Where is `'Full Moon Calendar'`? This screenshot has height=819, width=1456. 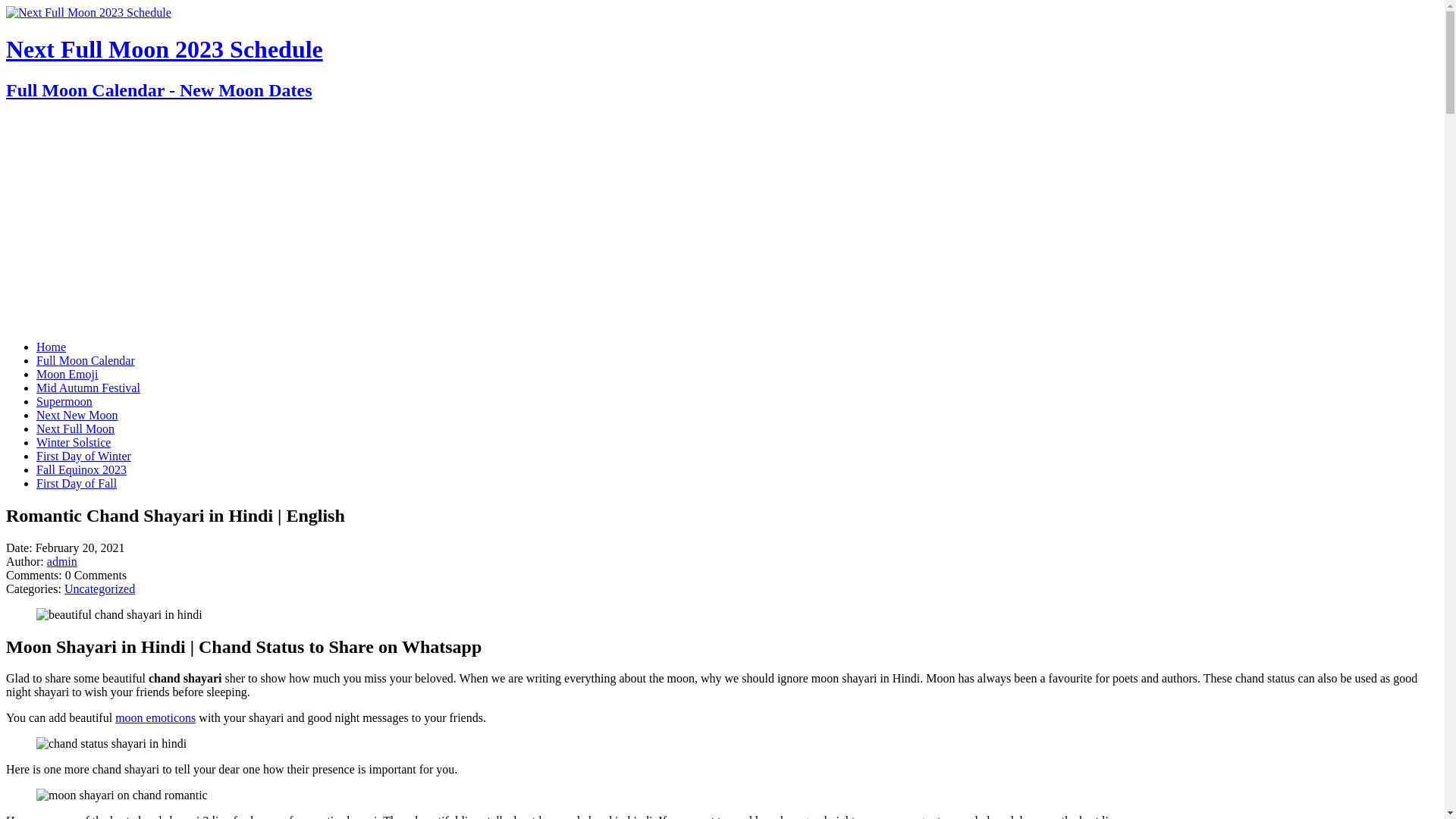
'Full Moon Calendar' is located at coordinates (85, 360).